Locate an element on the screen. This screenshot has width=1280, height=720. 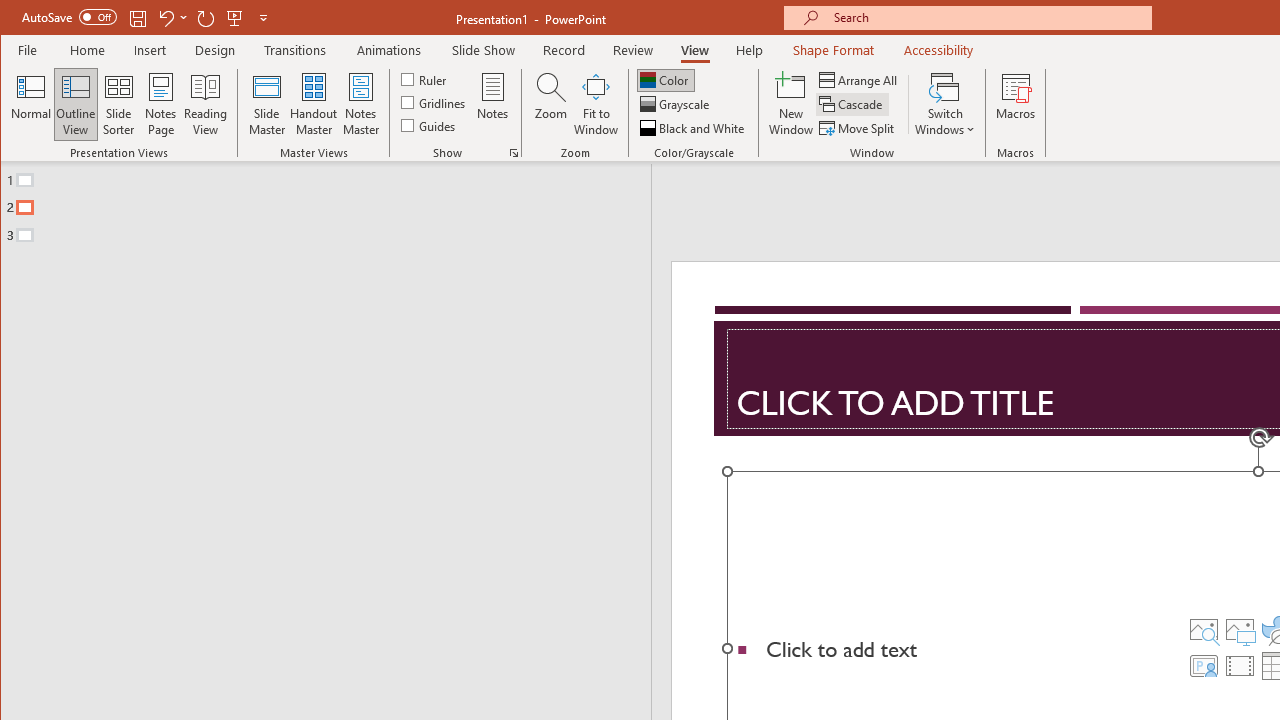
'Guides' is located at coordinates (429, 125).